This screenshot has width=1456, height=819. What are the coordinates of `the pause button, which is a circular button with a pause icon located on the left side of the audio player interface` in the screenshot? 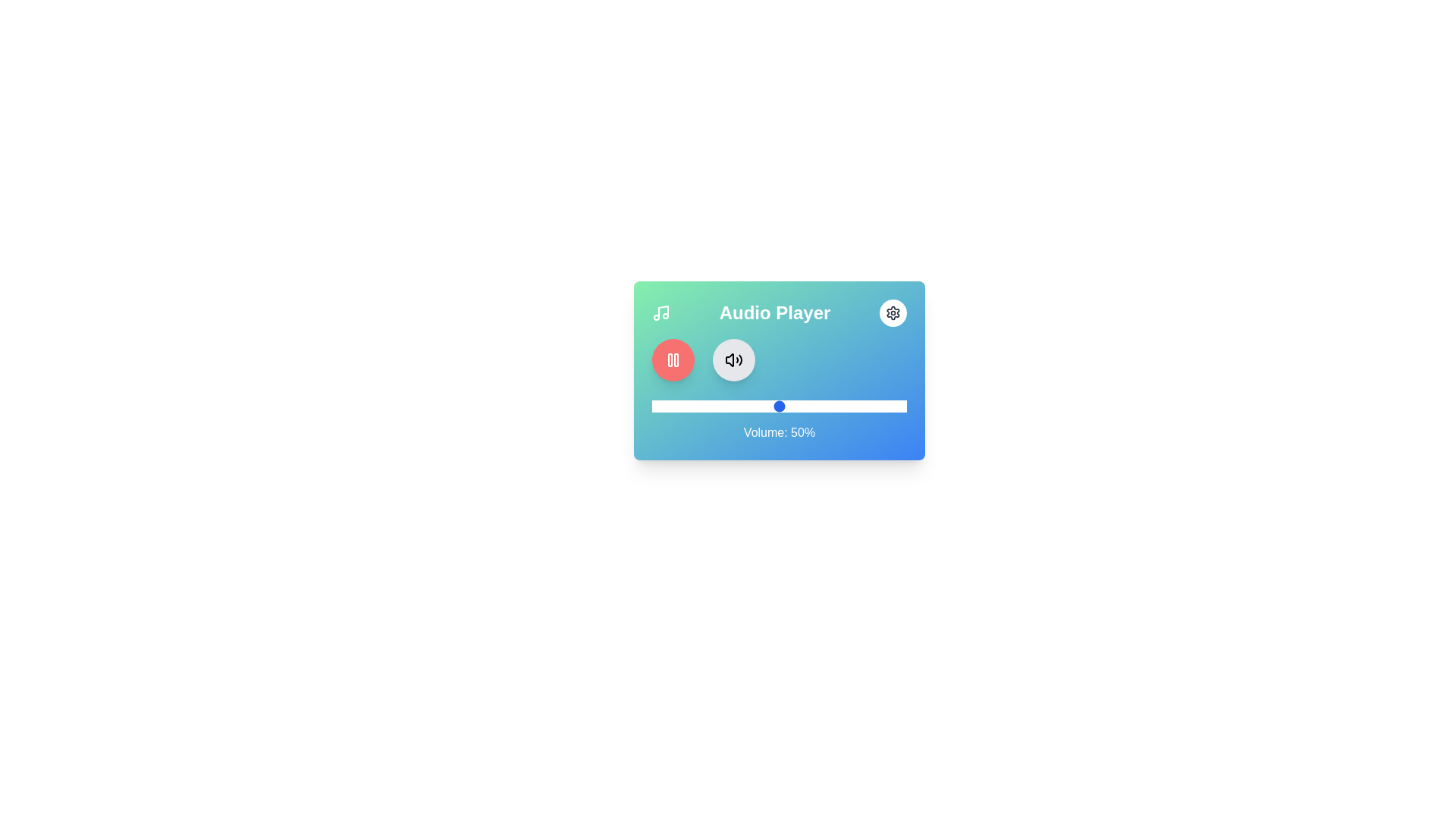 It's located at (673, 359).